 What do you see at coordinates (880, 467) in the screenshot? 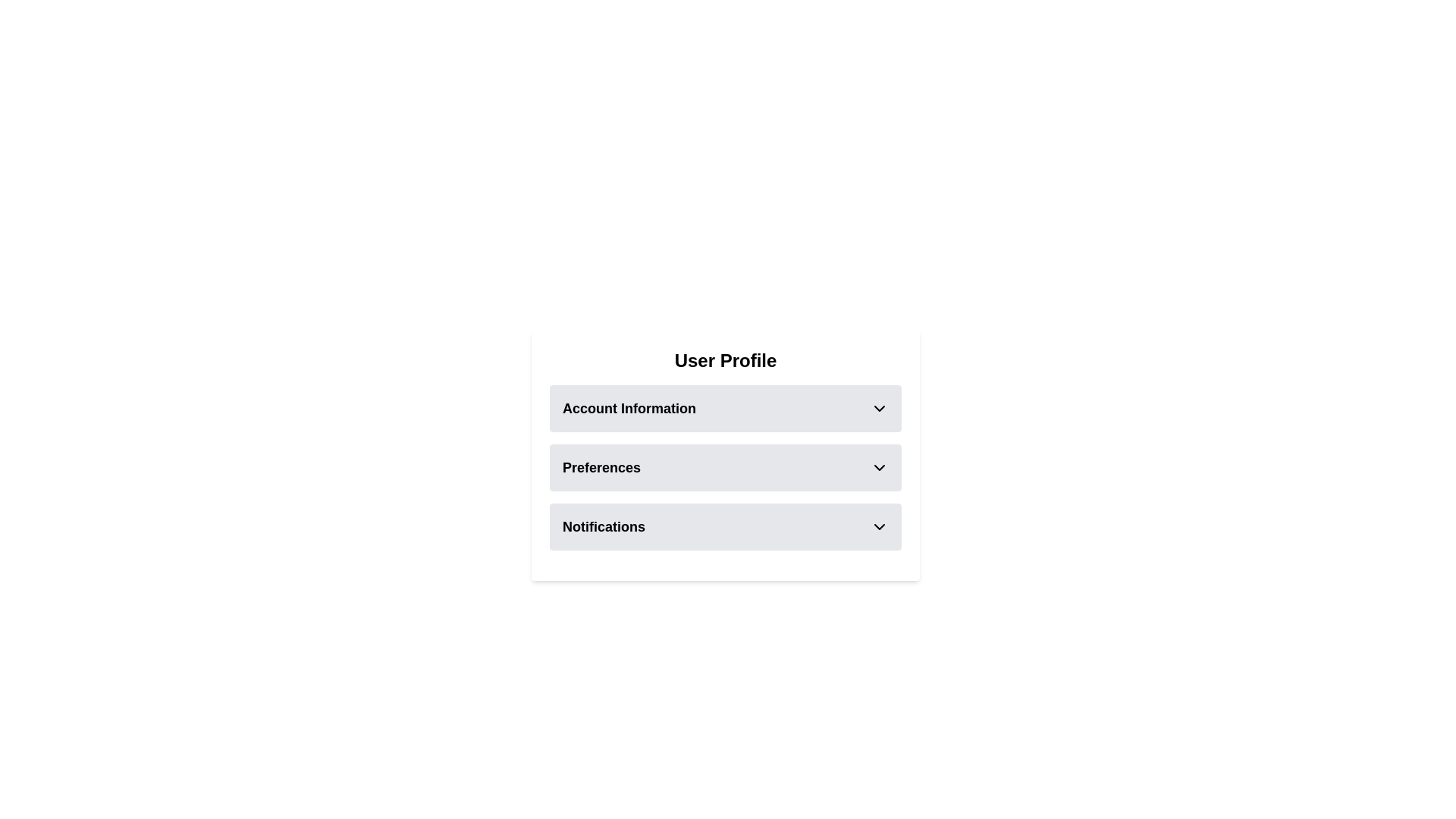
I see `the chevron icon on the far right side of the 'Preferences' button` at bounding box center [880, 467].